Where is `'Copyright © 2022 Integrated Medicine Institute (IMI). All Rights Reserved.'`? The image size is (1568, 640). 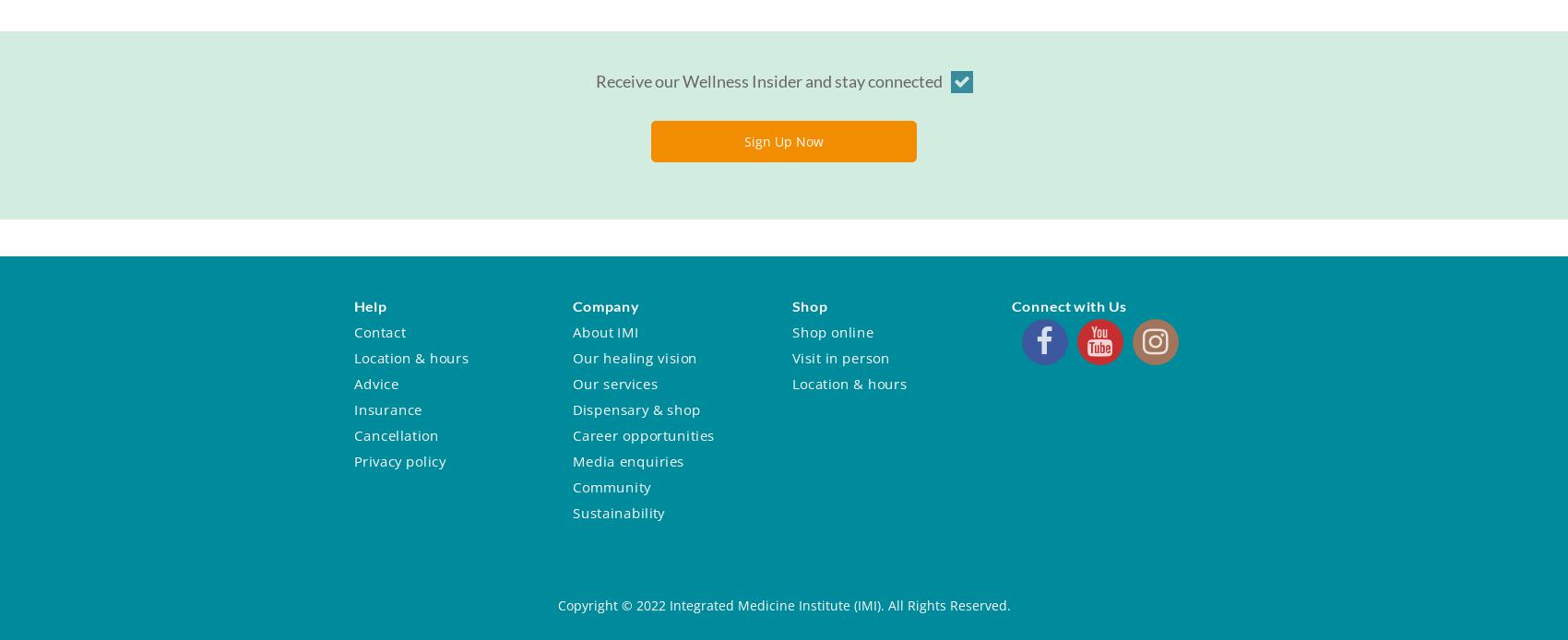
'Copyright © 2022 Integrated Medicine Institute (IMI). All Rights Reserved.' is located at coordinates (782, 604).